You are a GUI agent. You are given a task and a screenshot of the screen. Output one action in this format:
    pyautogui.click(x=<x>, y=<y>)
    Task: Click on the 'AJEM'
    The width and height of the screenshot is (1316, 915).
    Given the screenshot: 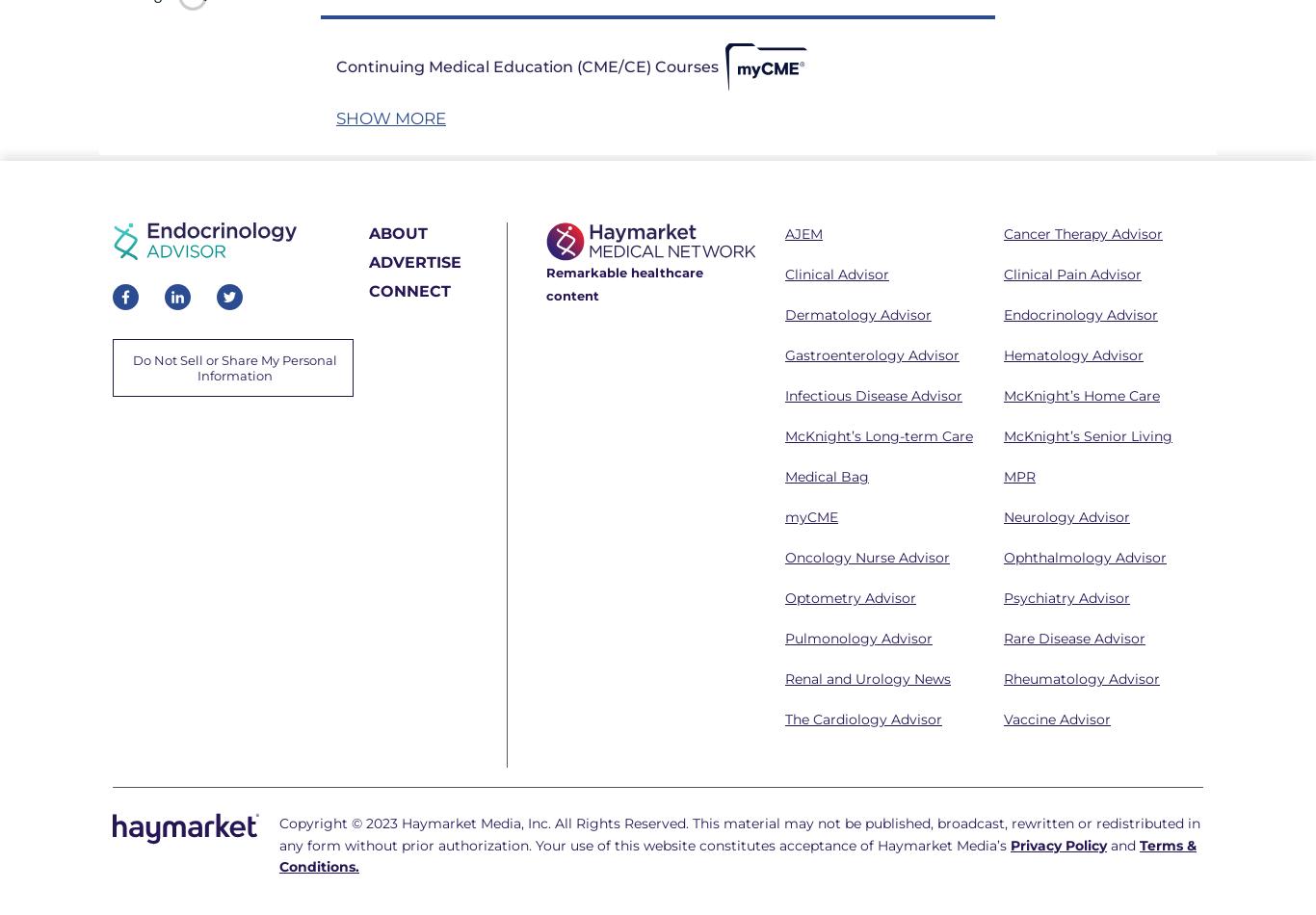 What is the action you would take?
    pyautogui.click(x=803, y=233)
    